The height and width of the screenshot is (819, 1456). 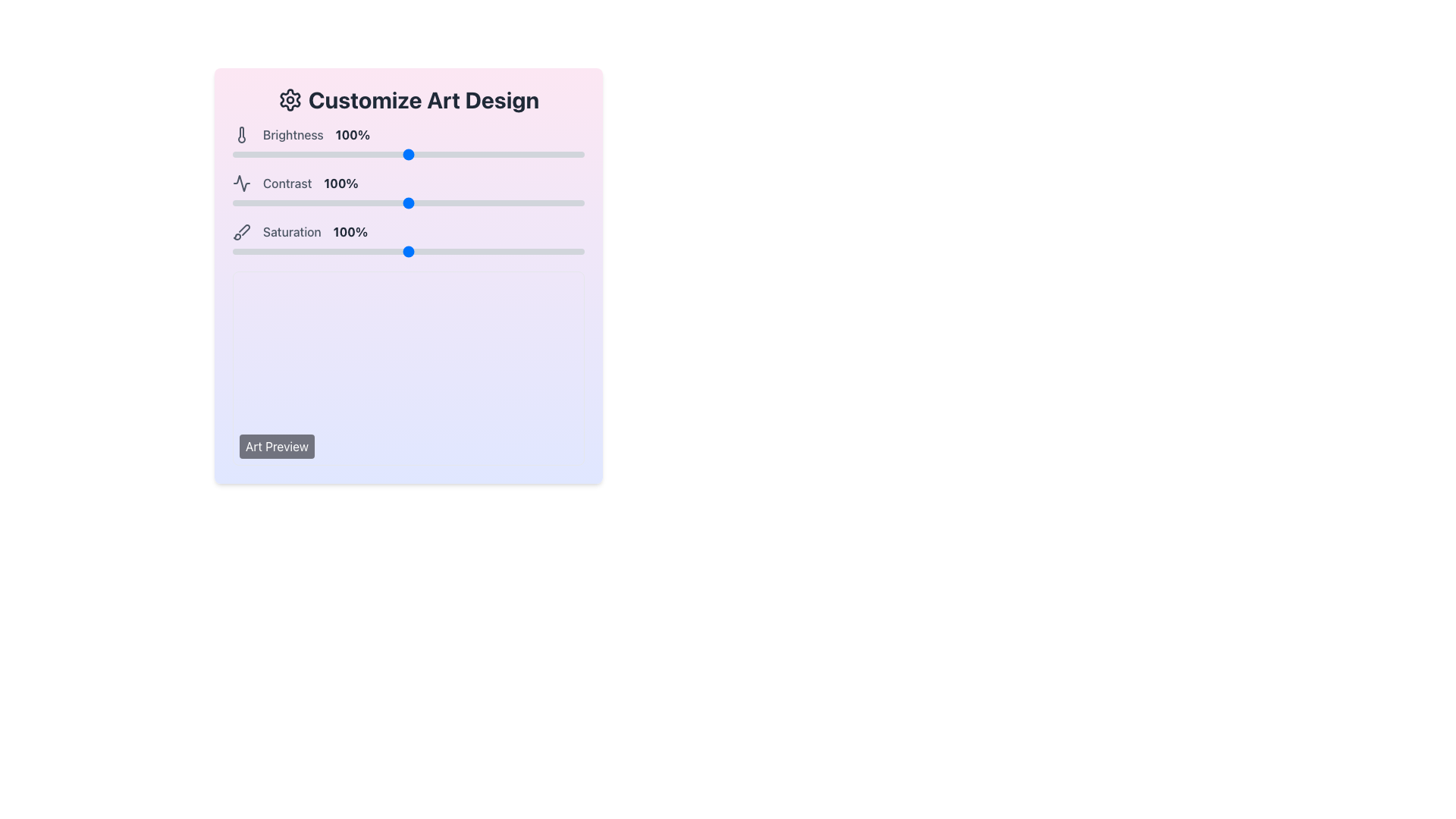 What do you see at coordinates (240, 183) in the screenshot?
I see `the contrast adjustment icon located in the settings panel, which is the second icon in a vertical stack of three icons, positioned between the brightness and saturation icons` at bounding box center [240, 183].